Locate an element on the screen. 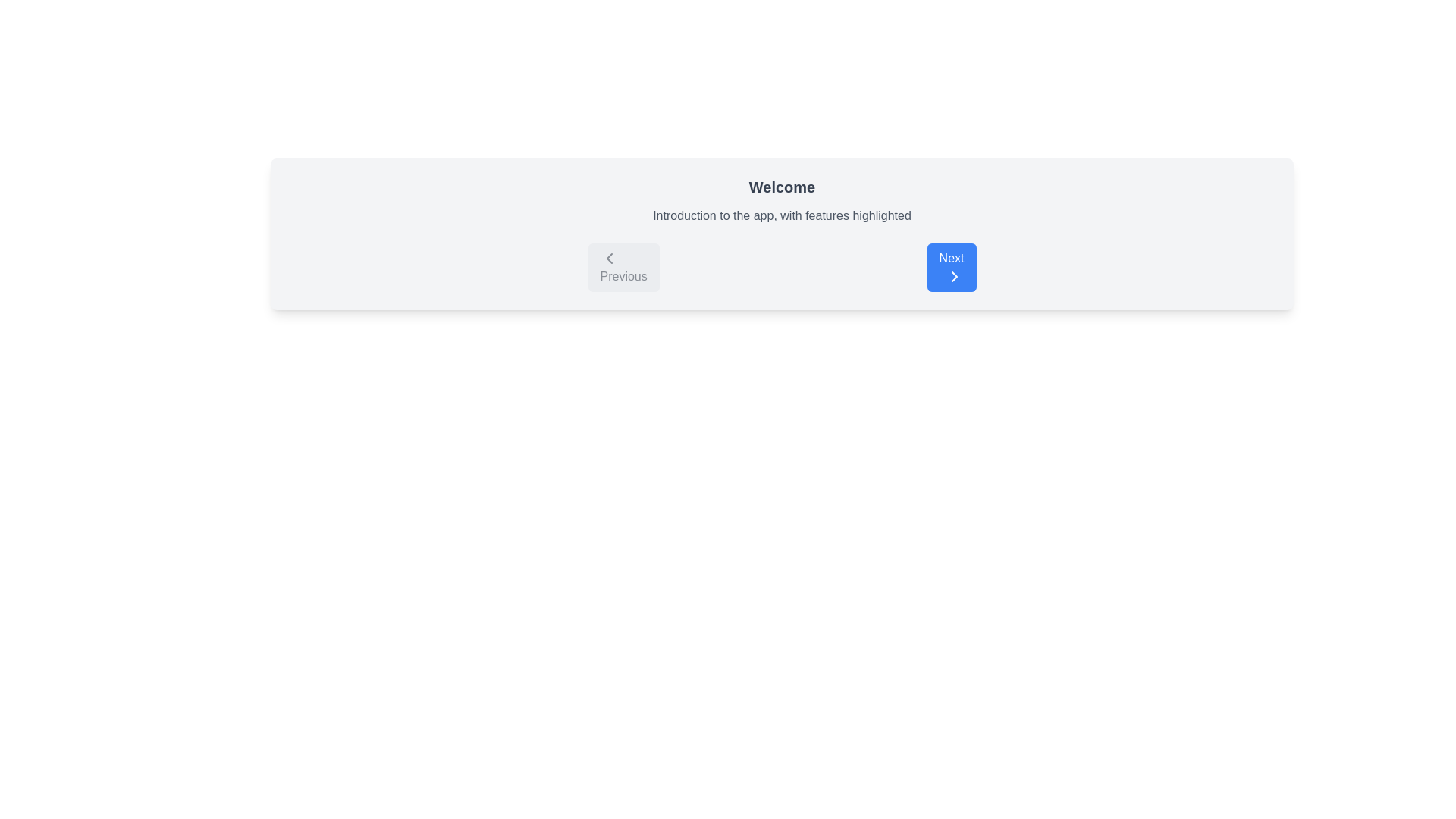 This screenshot has height=819, width=1456. the rightward-pointing chevron icon within the blue rectangular 'Next' button is located at coordinates (953, 277).